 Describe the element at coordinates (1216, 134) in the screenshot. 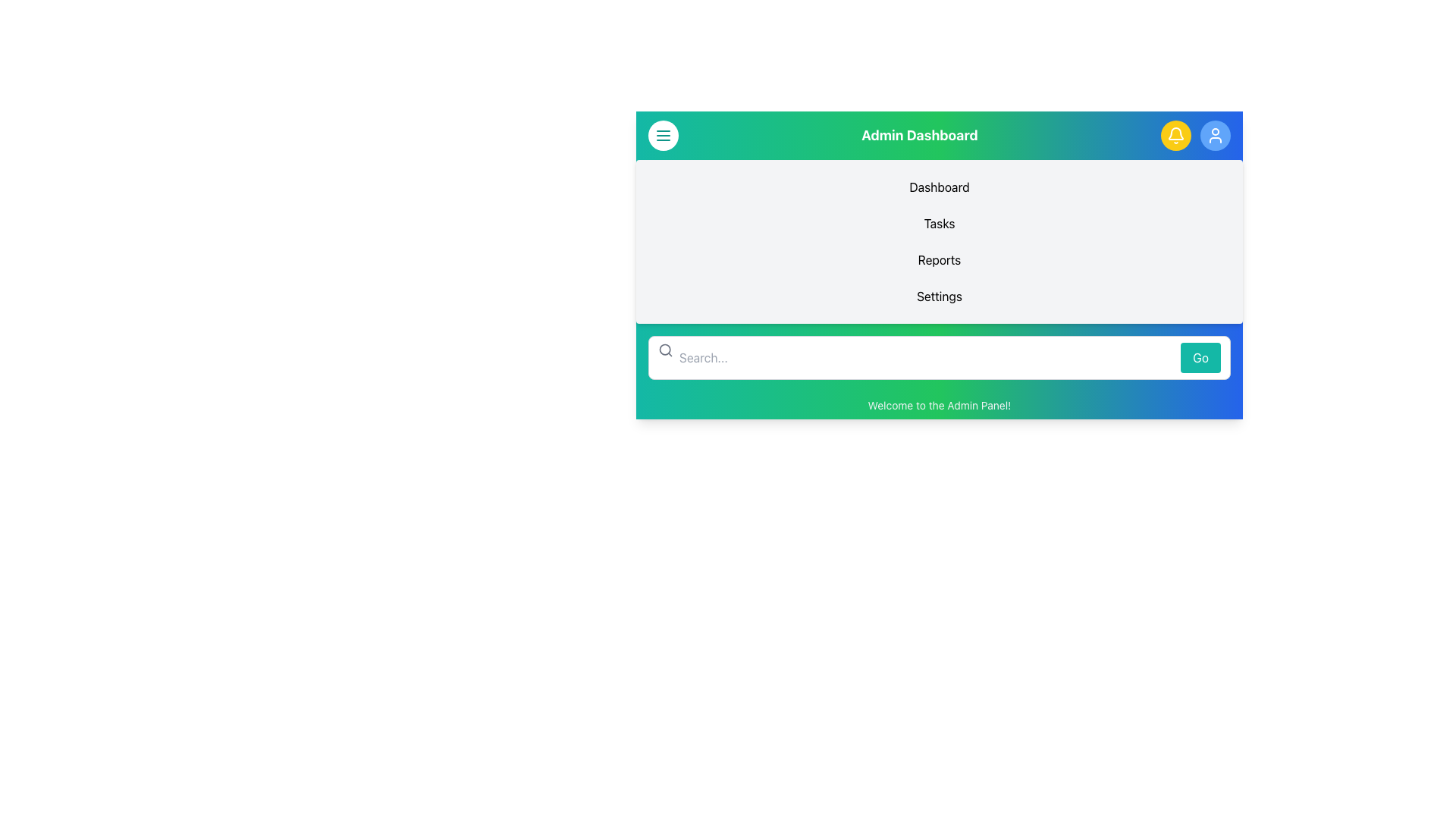

I see `the second circular button at the top-right corner of the interface` at that location.